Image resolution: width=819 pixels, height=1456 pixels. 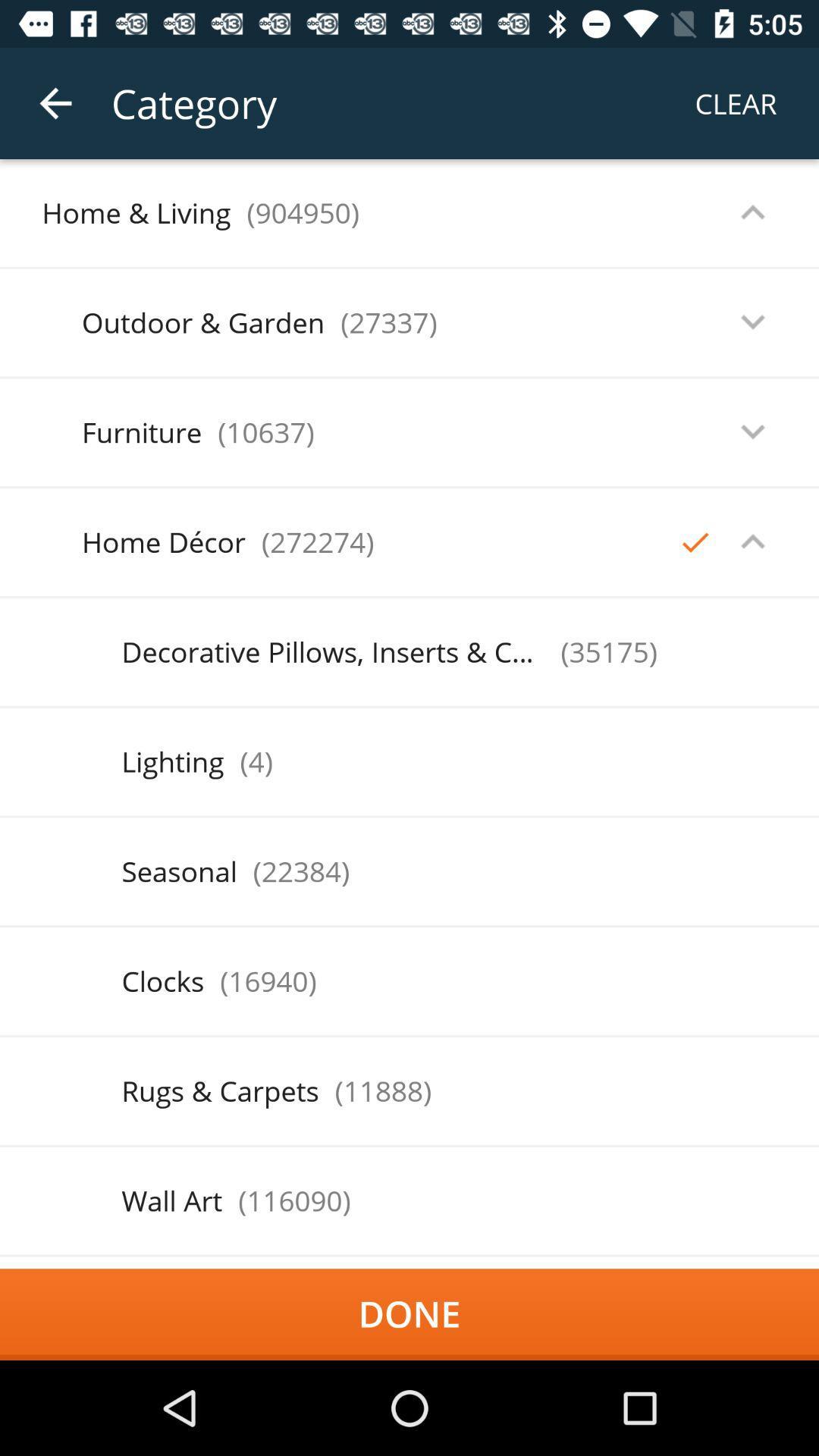 What do you see at coordinates (55, 102) in the screenshot?
I see `icon to the left of the category` at bounding box center [55, 102].